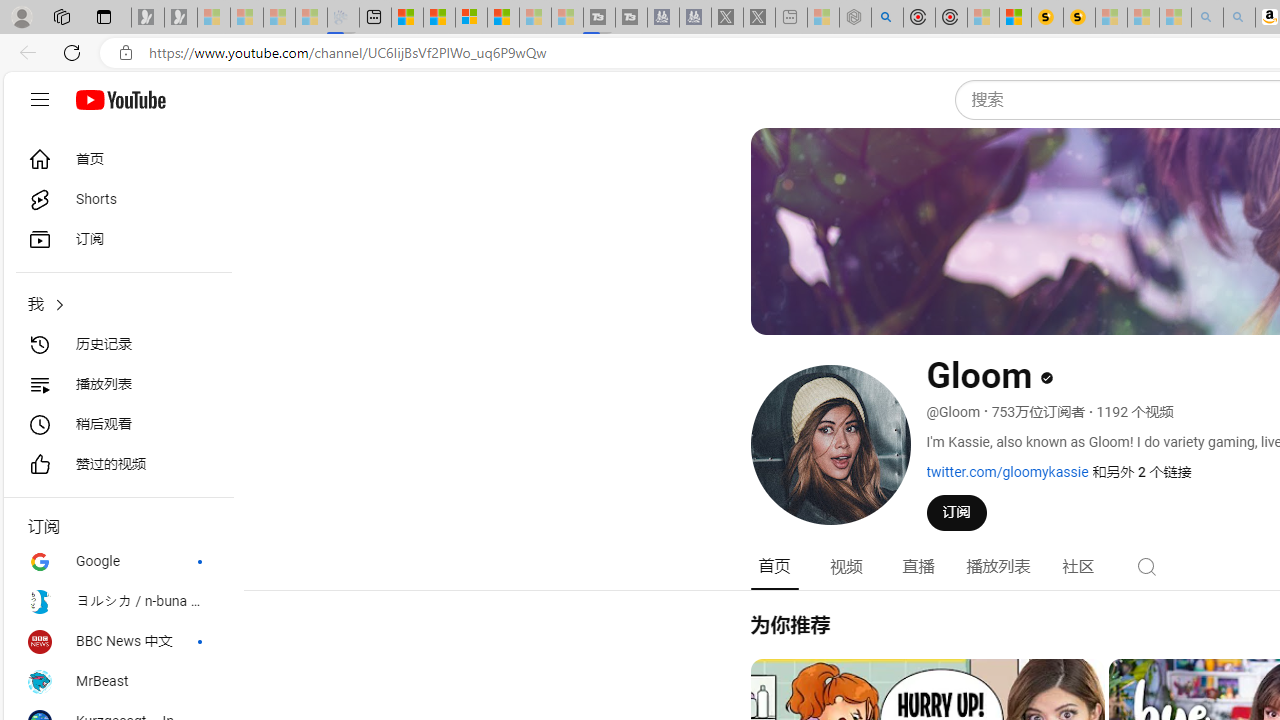  What do you see at coordinates (1238, 17) in the screenshot?
I see `'Amazon Echo Dot PNG - Search Images - Sleeping'` at bounding box center [1238, 17].